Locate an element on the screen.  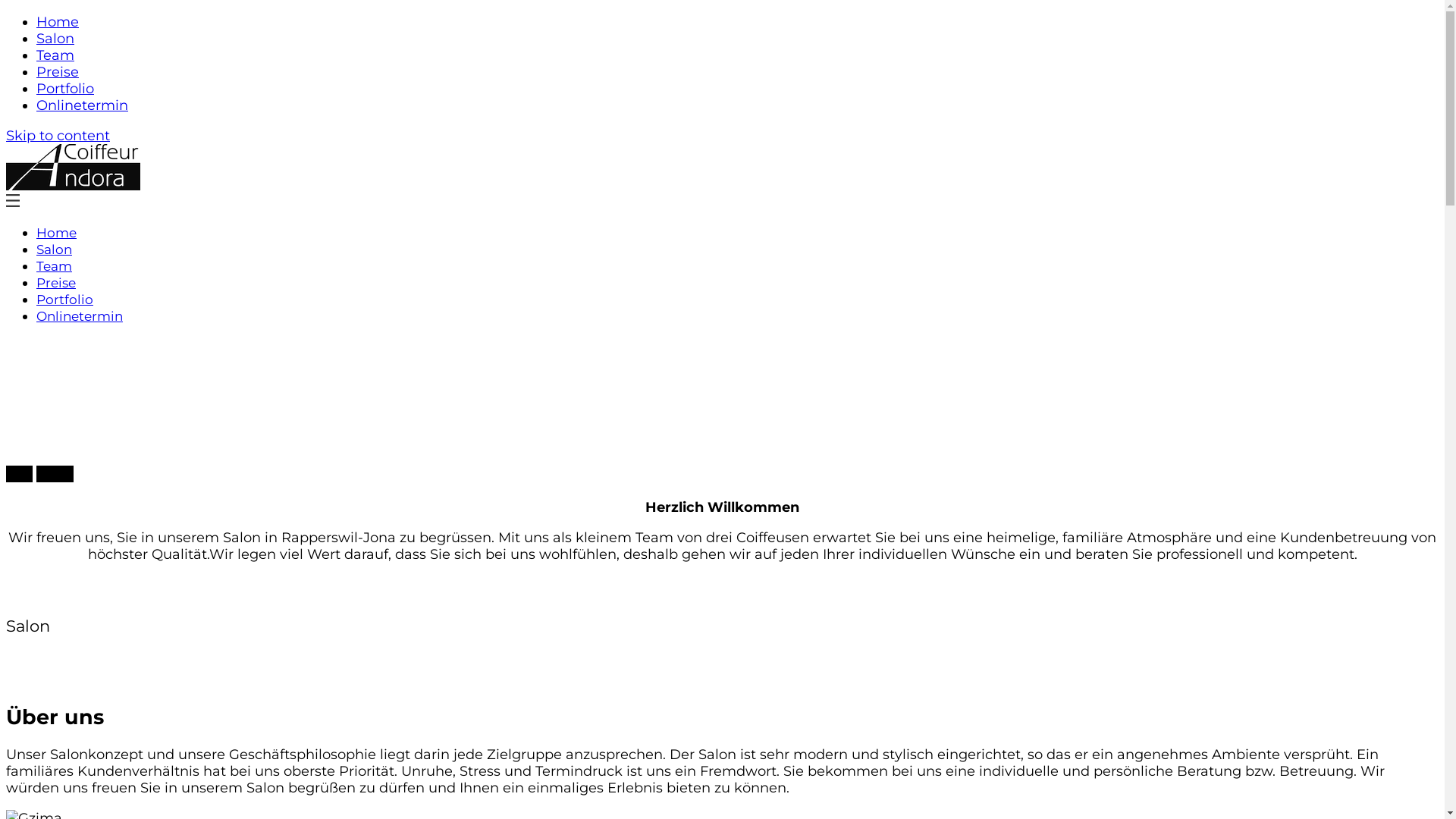
'Onlinetermin' is located at coordinates (81, 104).